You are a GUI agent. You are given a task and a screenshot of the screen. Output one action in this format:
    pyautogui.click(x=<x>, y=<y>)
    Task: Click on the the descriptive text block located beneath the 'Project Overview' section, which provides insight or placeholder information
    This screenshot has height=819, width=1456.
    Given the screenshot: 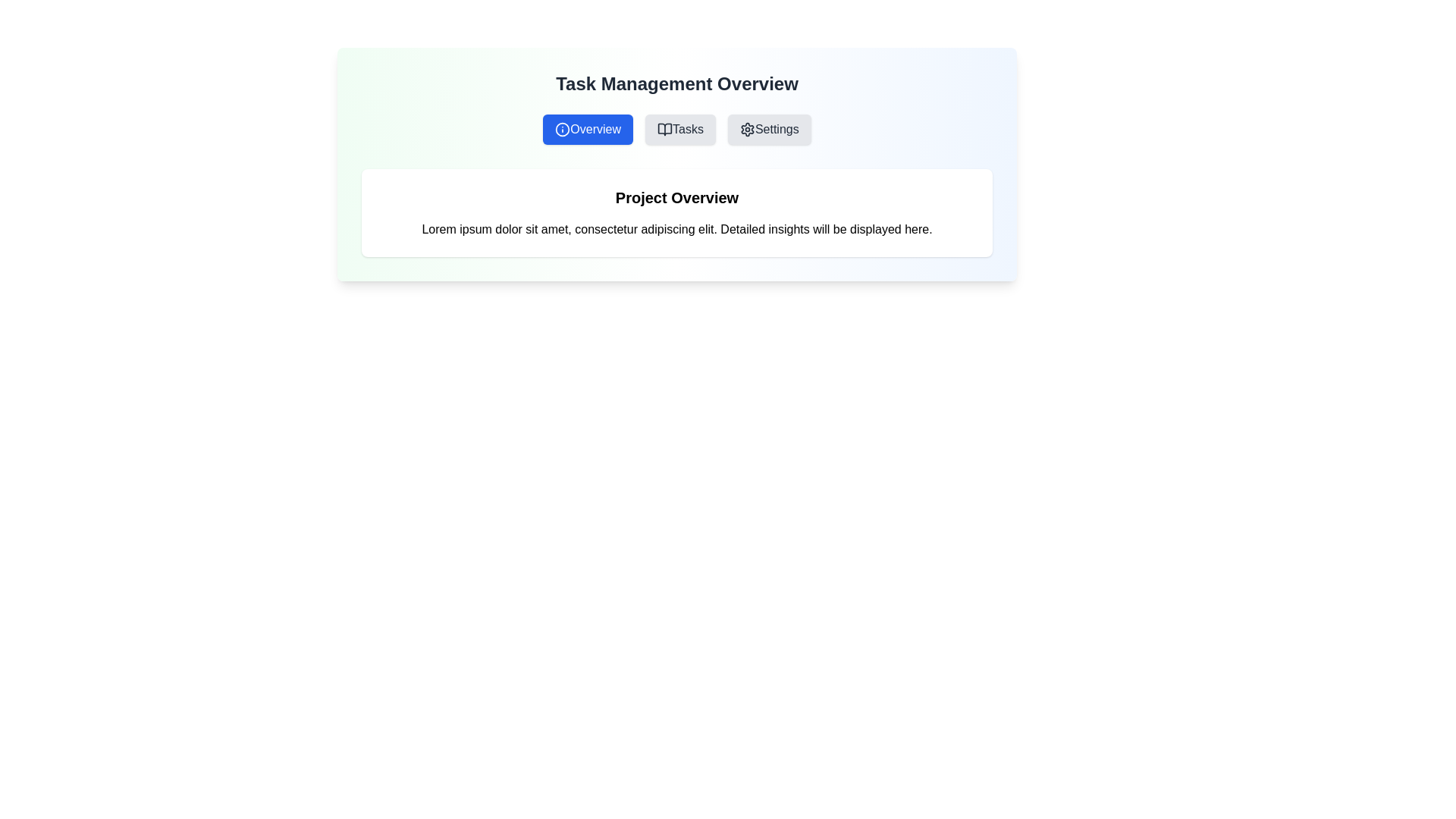 What is the action you would take?
    pyautogui.click(x=676, y=230)
    